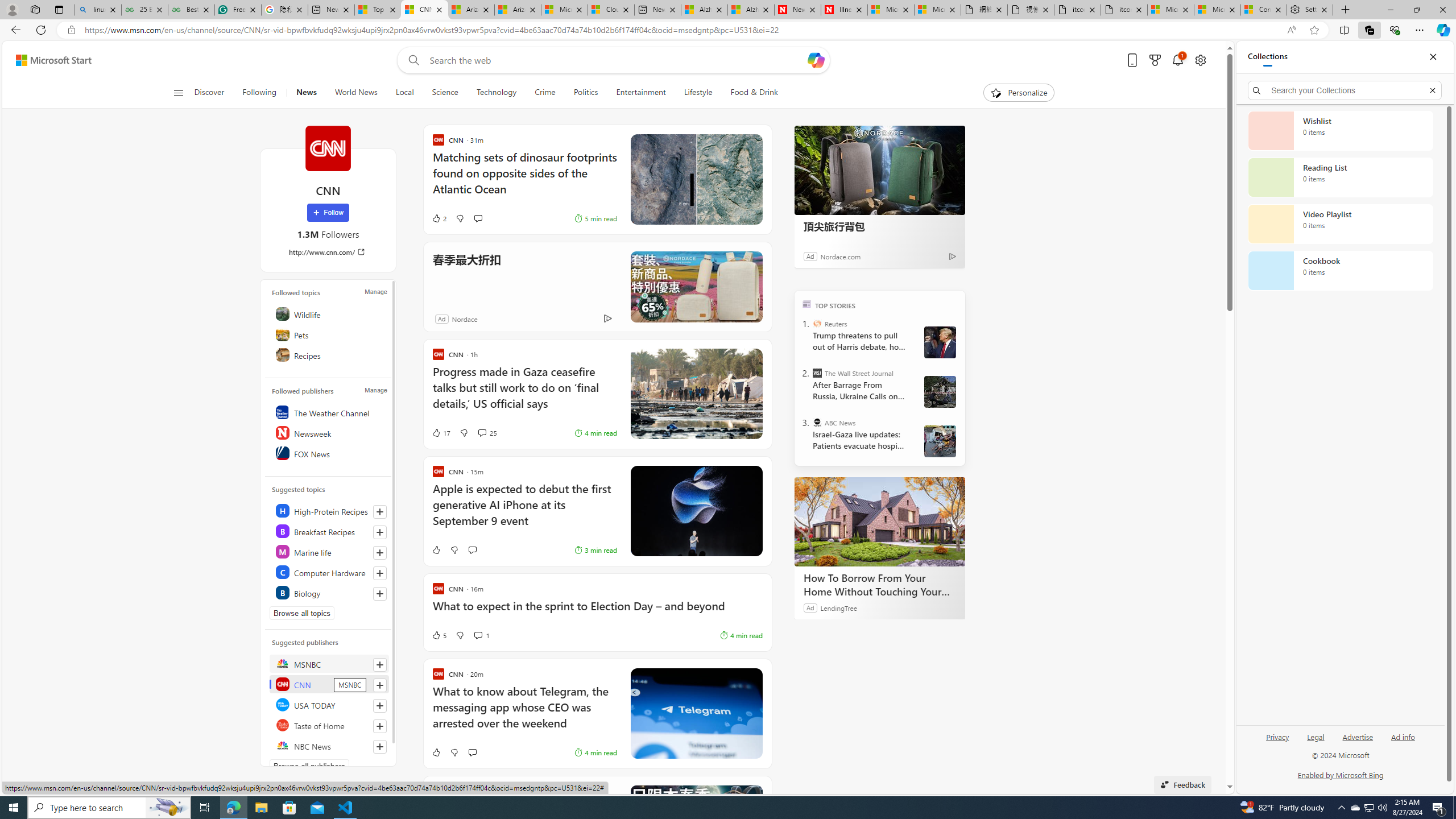 The image size is (1456, 819). I want to click on 'Consumer Health Data Privacy Policy', so click(1263, 9).